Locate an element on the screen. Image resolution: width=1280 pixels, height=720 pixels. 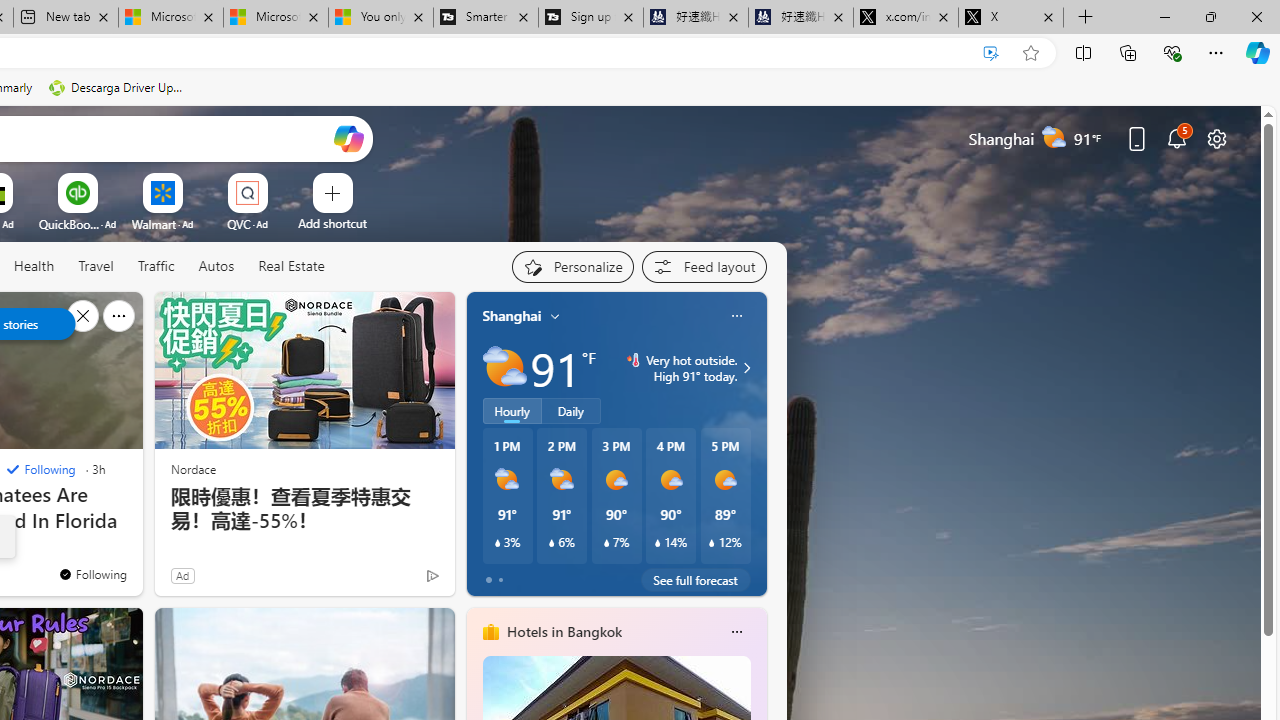
'hotels-header-icon' is located at coordinates (490, 632).